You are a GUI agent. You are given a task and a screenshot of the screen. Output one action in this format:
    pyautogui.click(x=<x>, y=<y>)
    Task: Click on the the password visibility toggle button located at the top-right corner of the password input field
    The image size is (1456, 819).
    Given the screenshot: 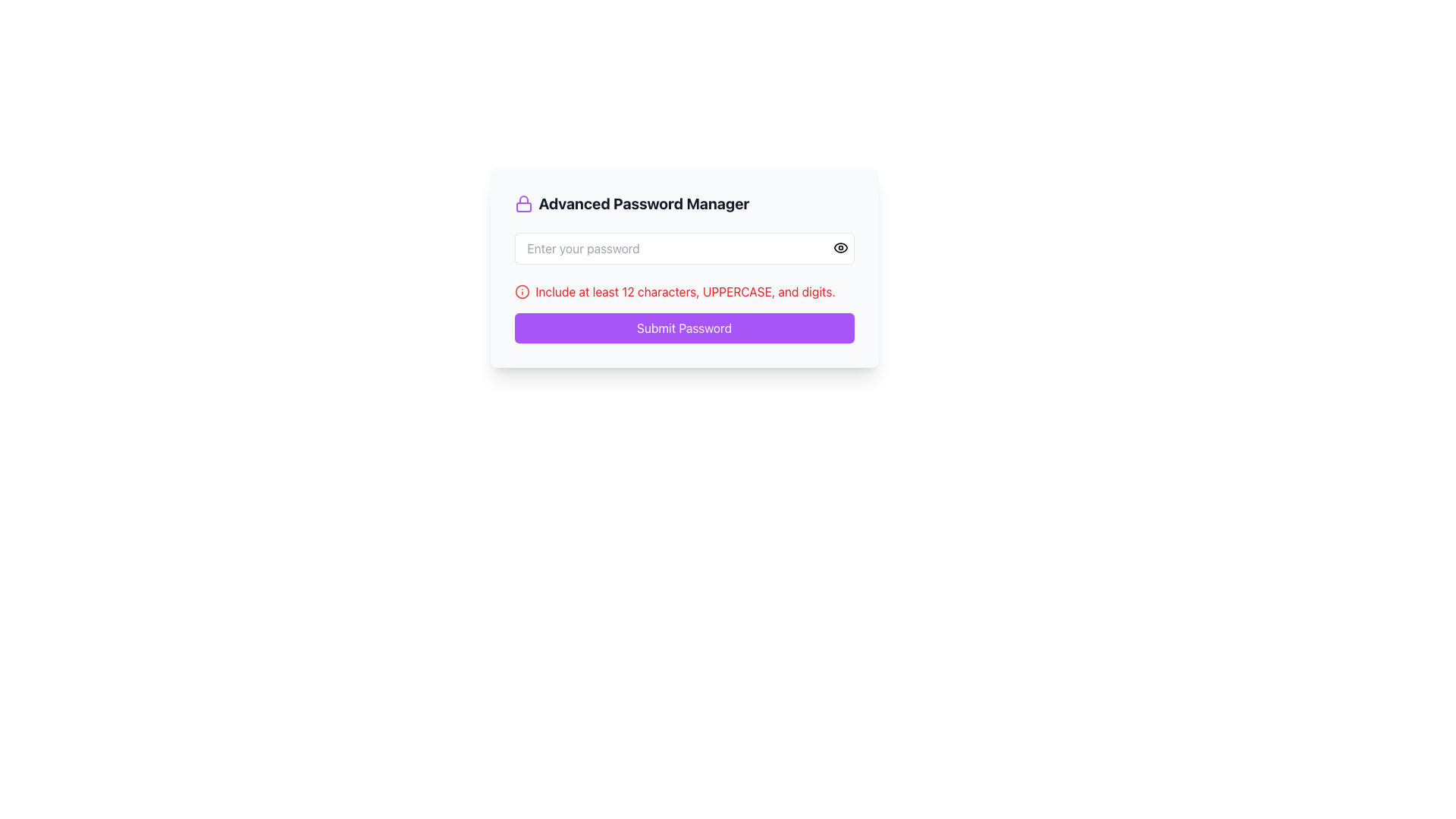 What is the action you would take?
    pyautogui.click(x=839, y=247)
    